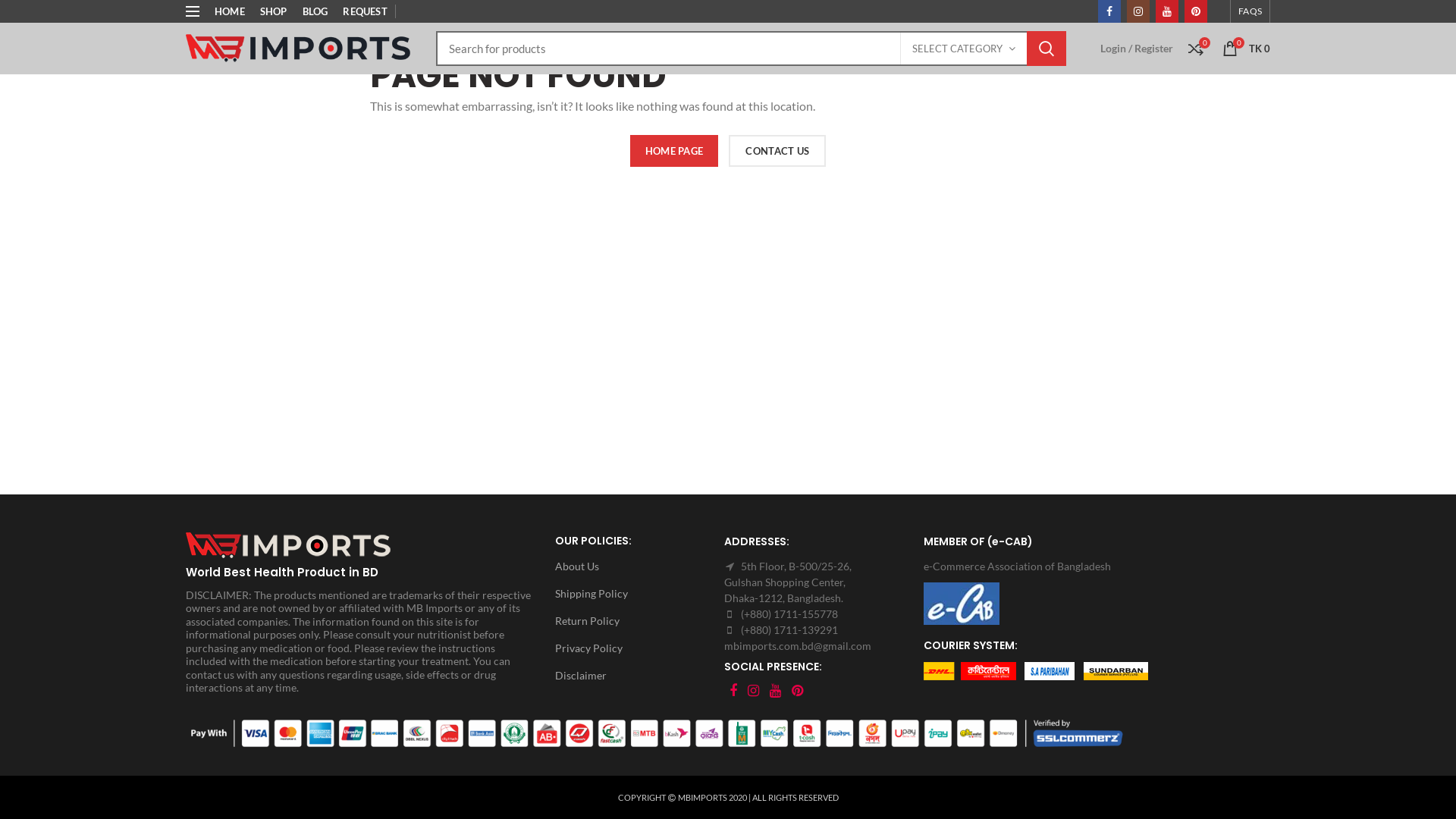 Image resolution: width=1456 pixels, height=819 pixels. What do you see at coordinates (291, 544) in the screenshot?
I see `'mbimports3'` at bounding box center [291, 544].